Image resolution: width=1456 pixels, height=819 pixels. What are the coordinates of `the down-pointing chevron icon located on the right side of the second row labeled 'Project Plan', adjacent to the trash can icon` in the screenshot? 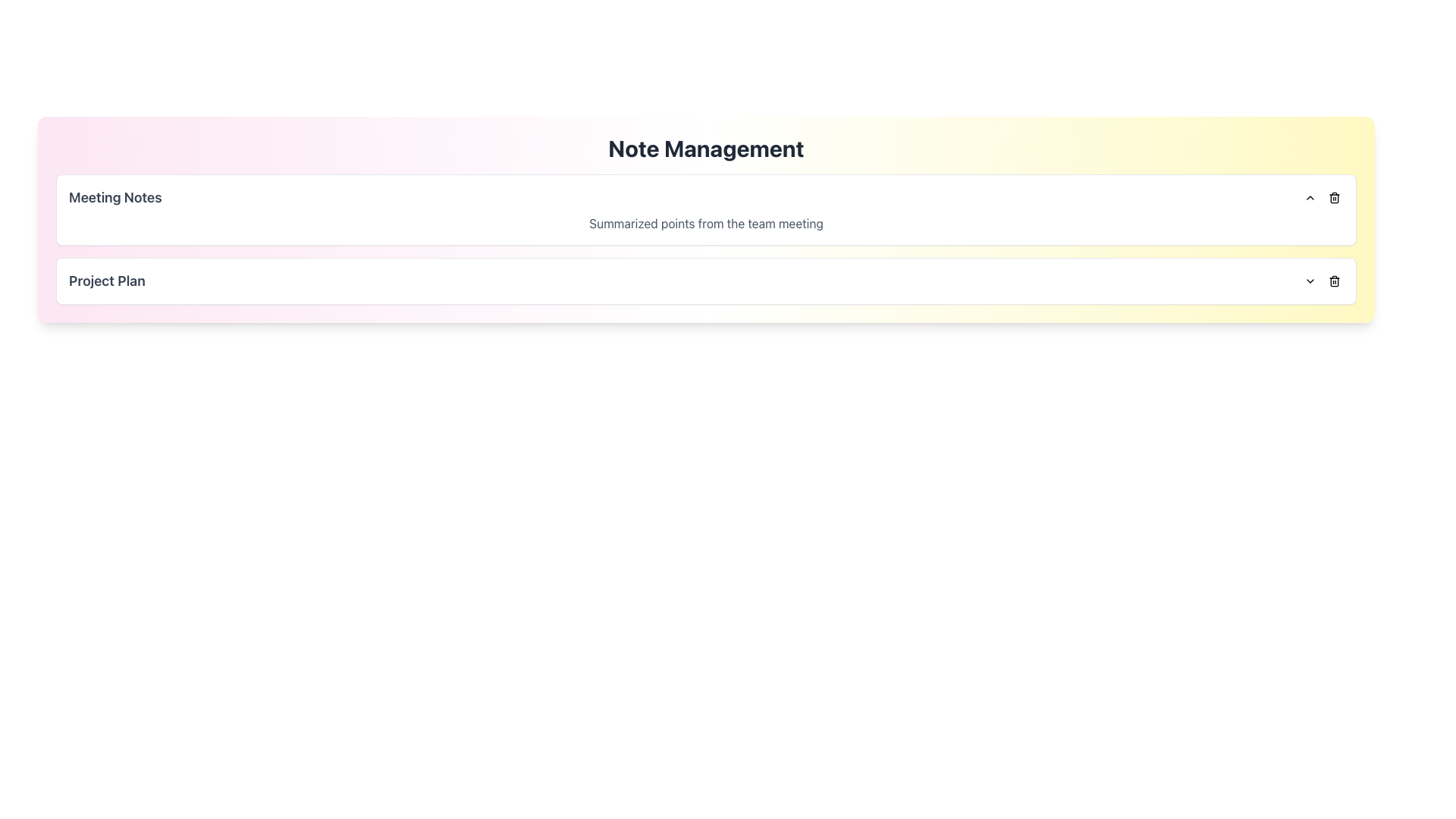 It's located at (1310, 281).